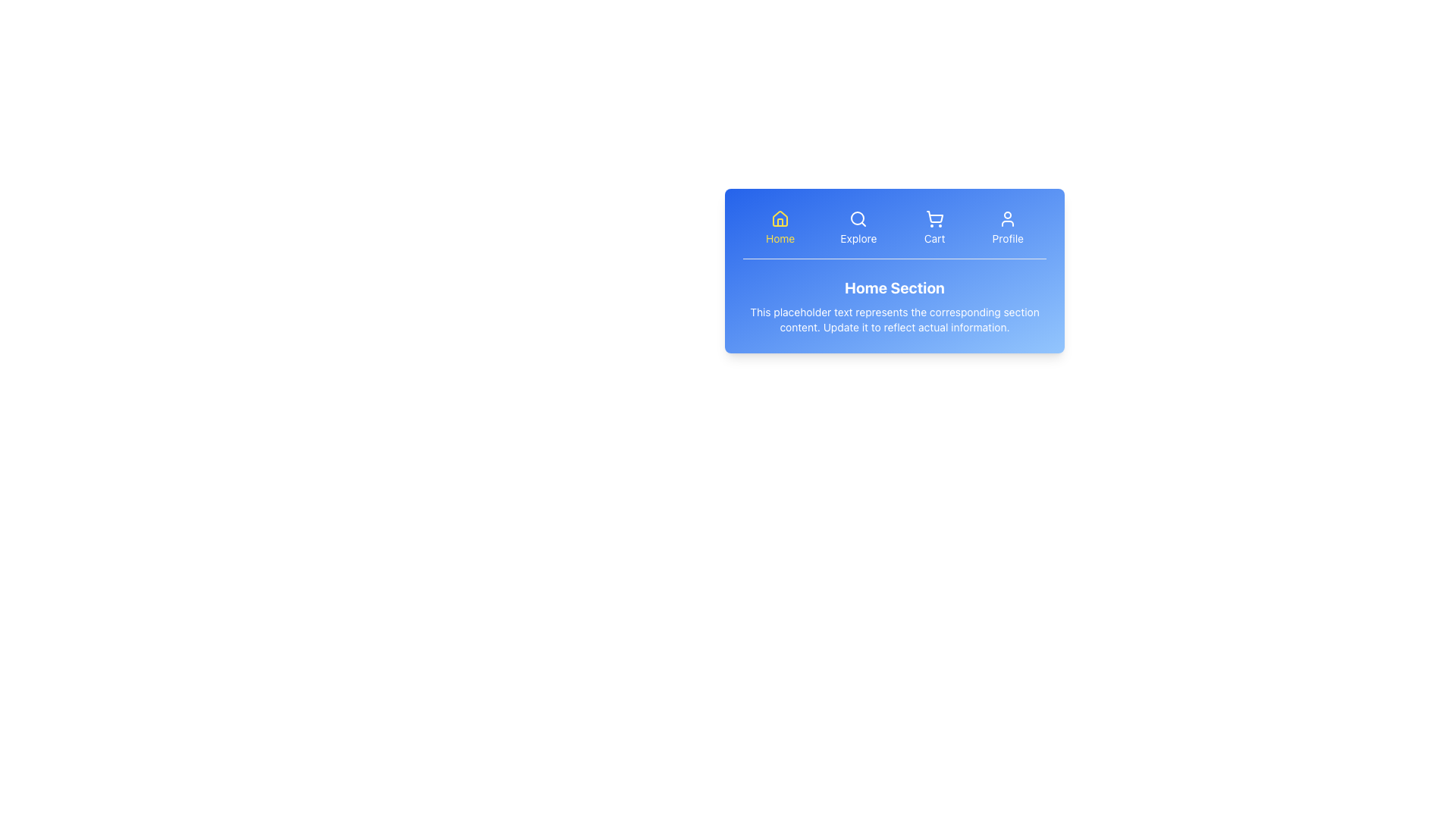  What do you see at coordinates (858, 219) in the screenshot?
I see `the second icon in the navigation bar, which is located to the right of the 'Home' icon and to the left of the 'Cart' icon` at bounding box center [858, 219].